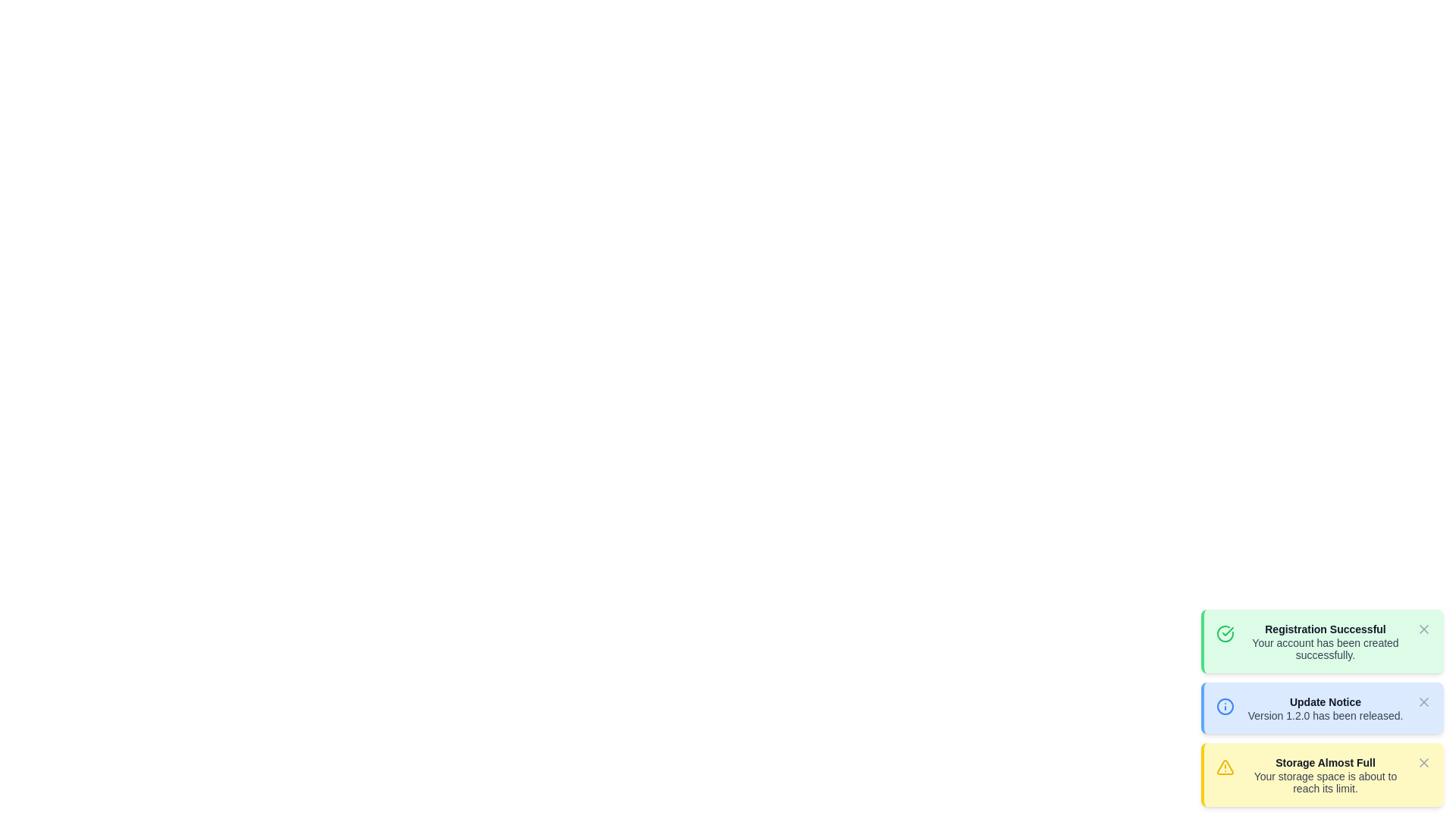 The height and width of the screenshot is (819, 1456). What do you see at coordinates (1423, 763) in the screenshot?
I see `the dismiss button marked with an 'X' on the right edge of the 'Storage Almost Full' notification to observe potential hover effects` at bounding box center [1423, 763].